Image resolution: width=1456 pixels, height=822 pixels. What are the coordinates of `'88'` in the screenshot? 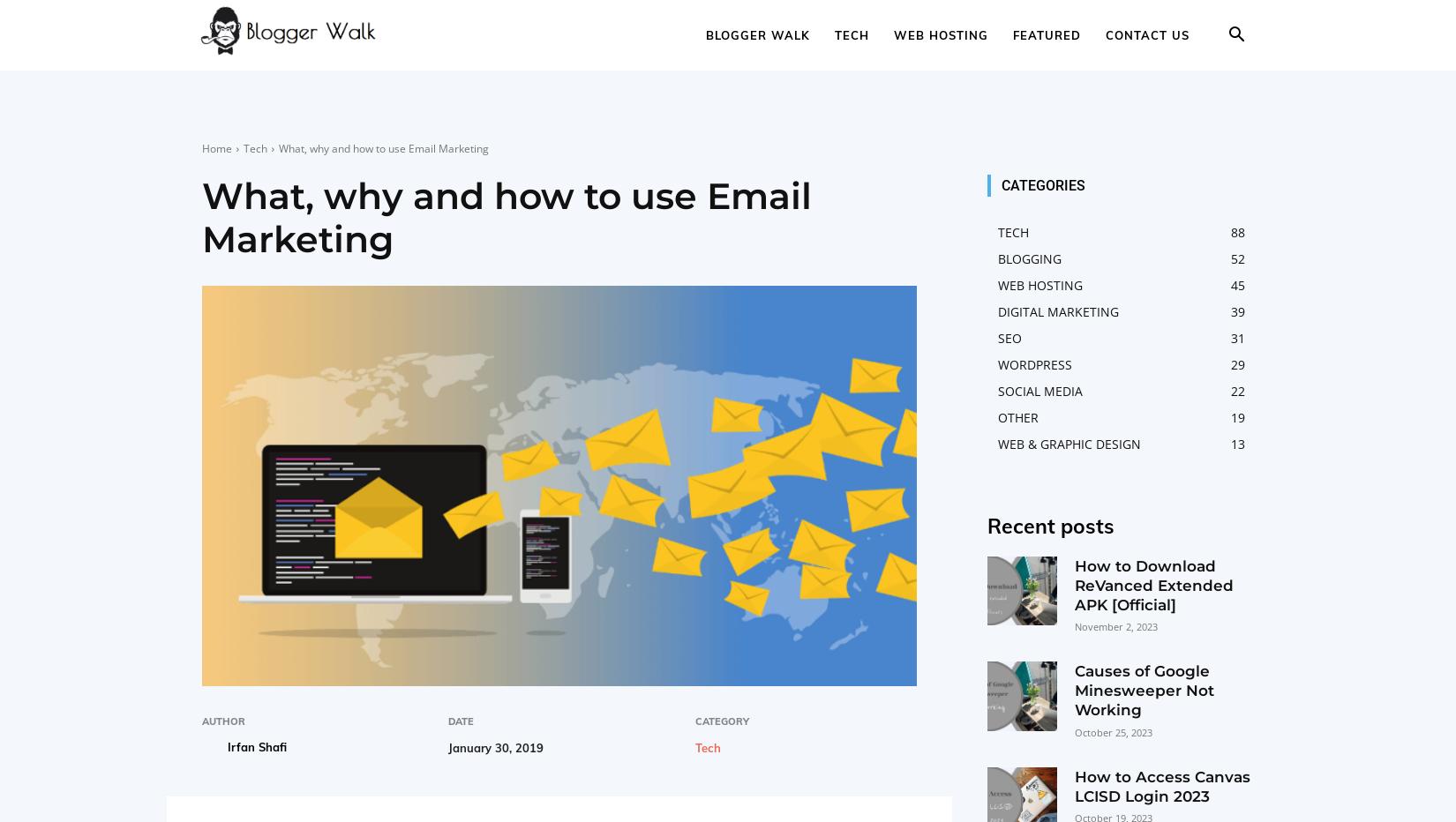 It's located at (1236, 231).